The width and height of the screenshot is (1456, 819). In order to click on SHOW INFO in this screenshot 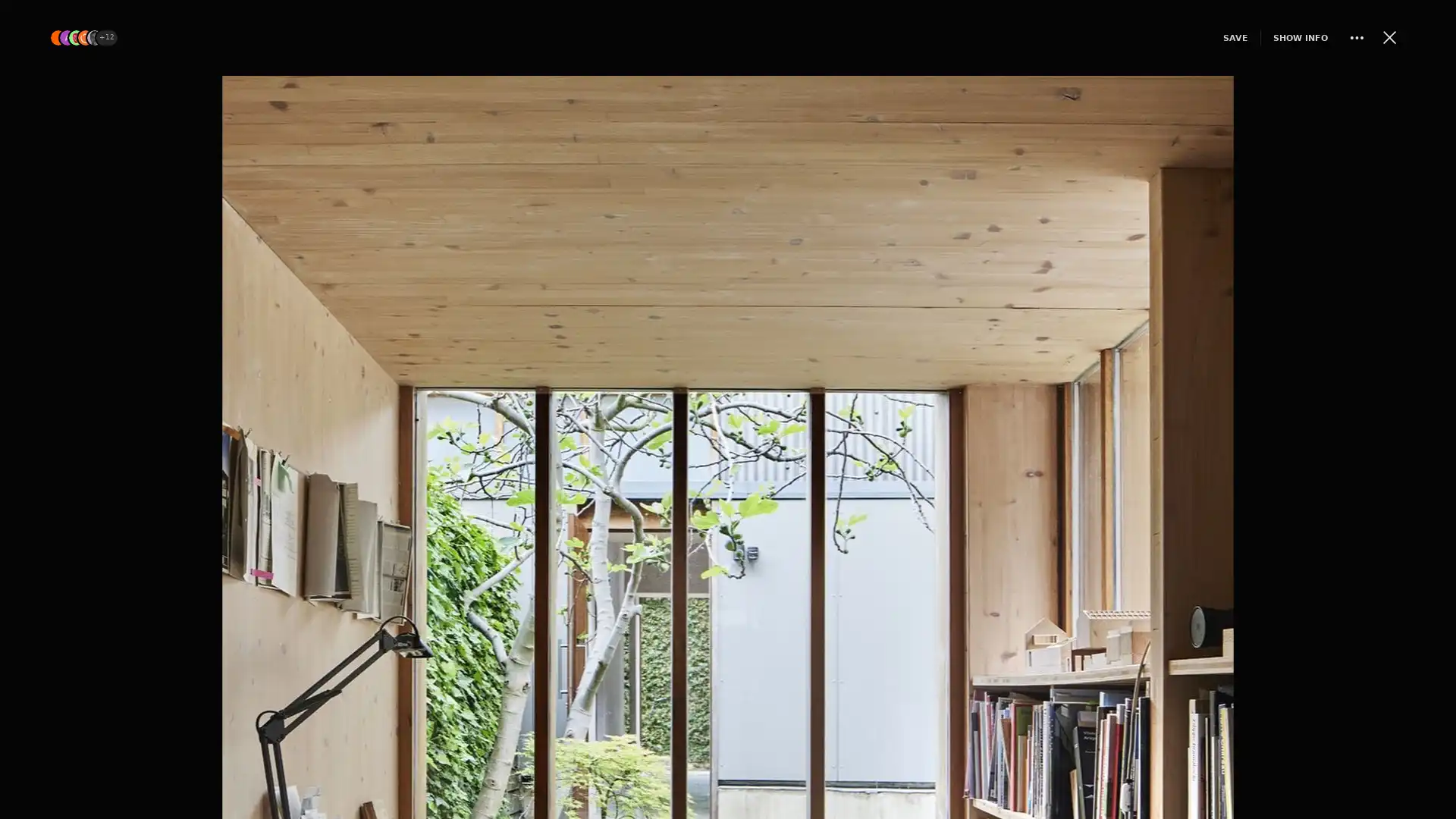, I will do `click(1274, 36)`.